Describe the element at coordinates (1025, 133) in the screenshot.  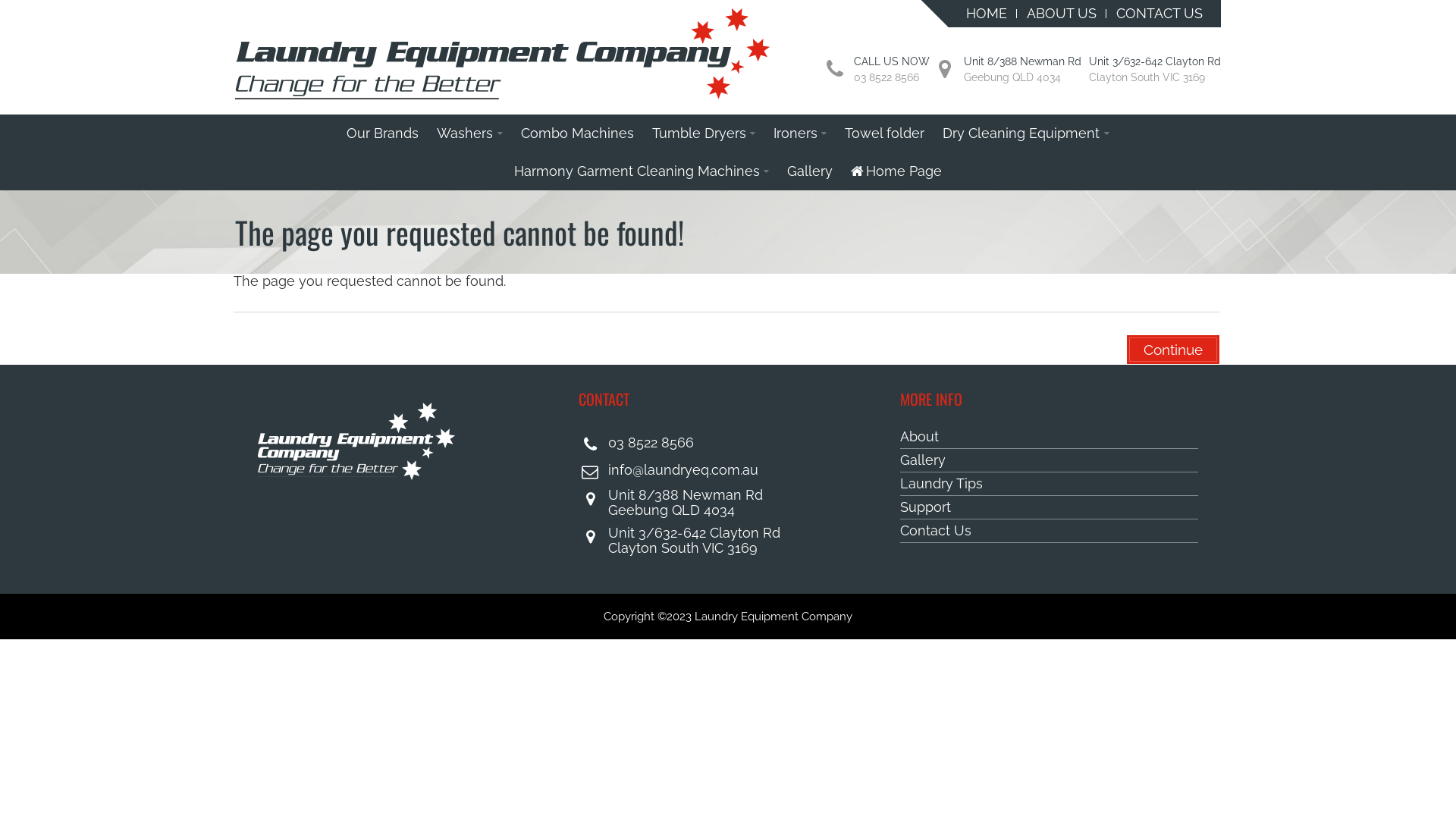
I see `'Dry Cleaning Equipment'` at that location.